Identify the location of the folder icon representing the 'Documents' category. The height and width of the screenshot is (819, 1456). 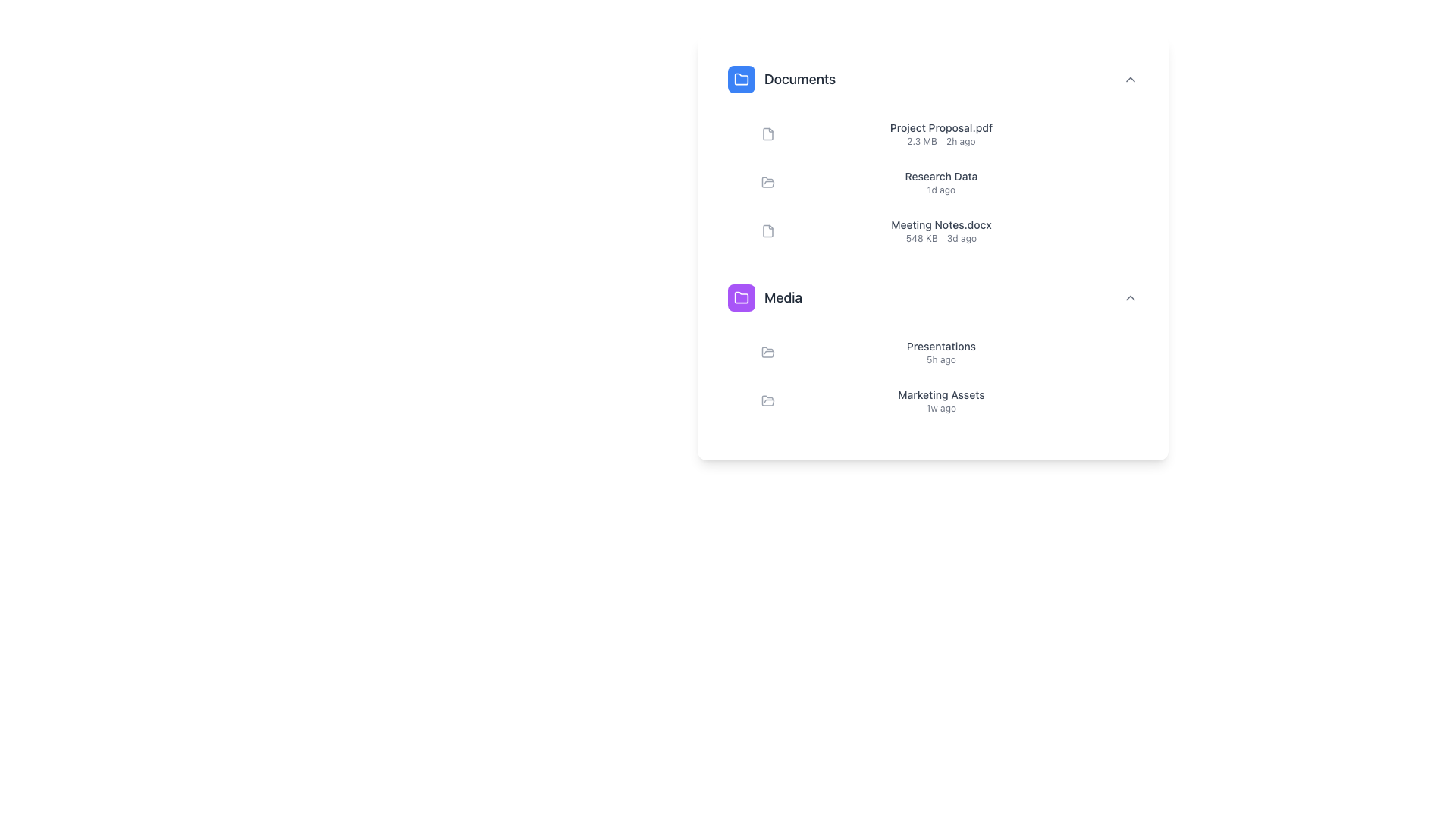
(742, 79).